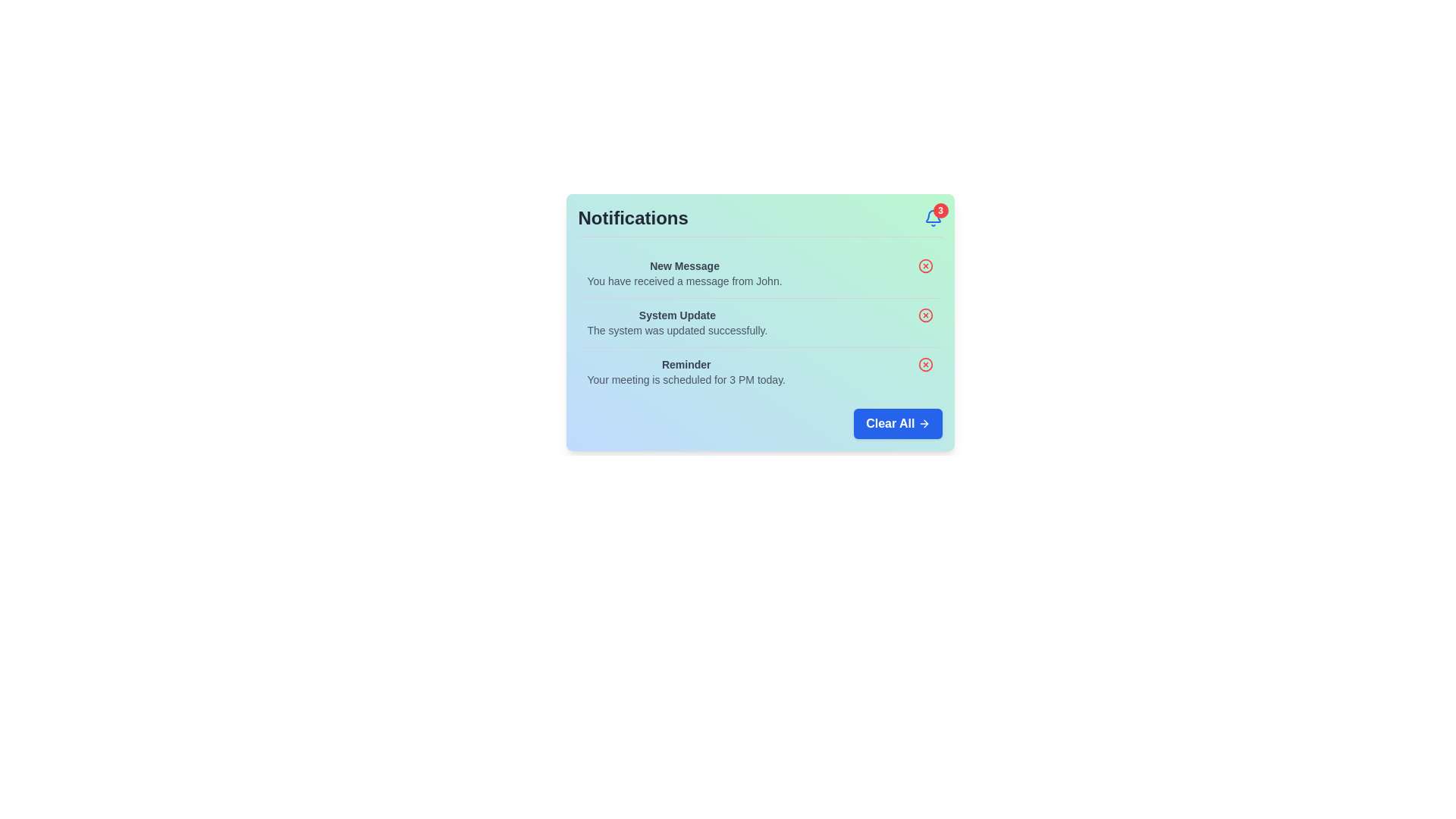 This screenshot has width=1456, height=819. Describe the element at coordinates (686, 379) in the screenshot. I see `the notification message regarding a scheduled meeting at 3 PM located in the 'Reminder' section of the 'Notifications' panel` at that location.